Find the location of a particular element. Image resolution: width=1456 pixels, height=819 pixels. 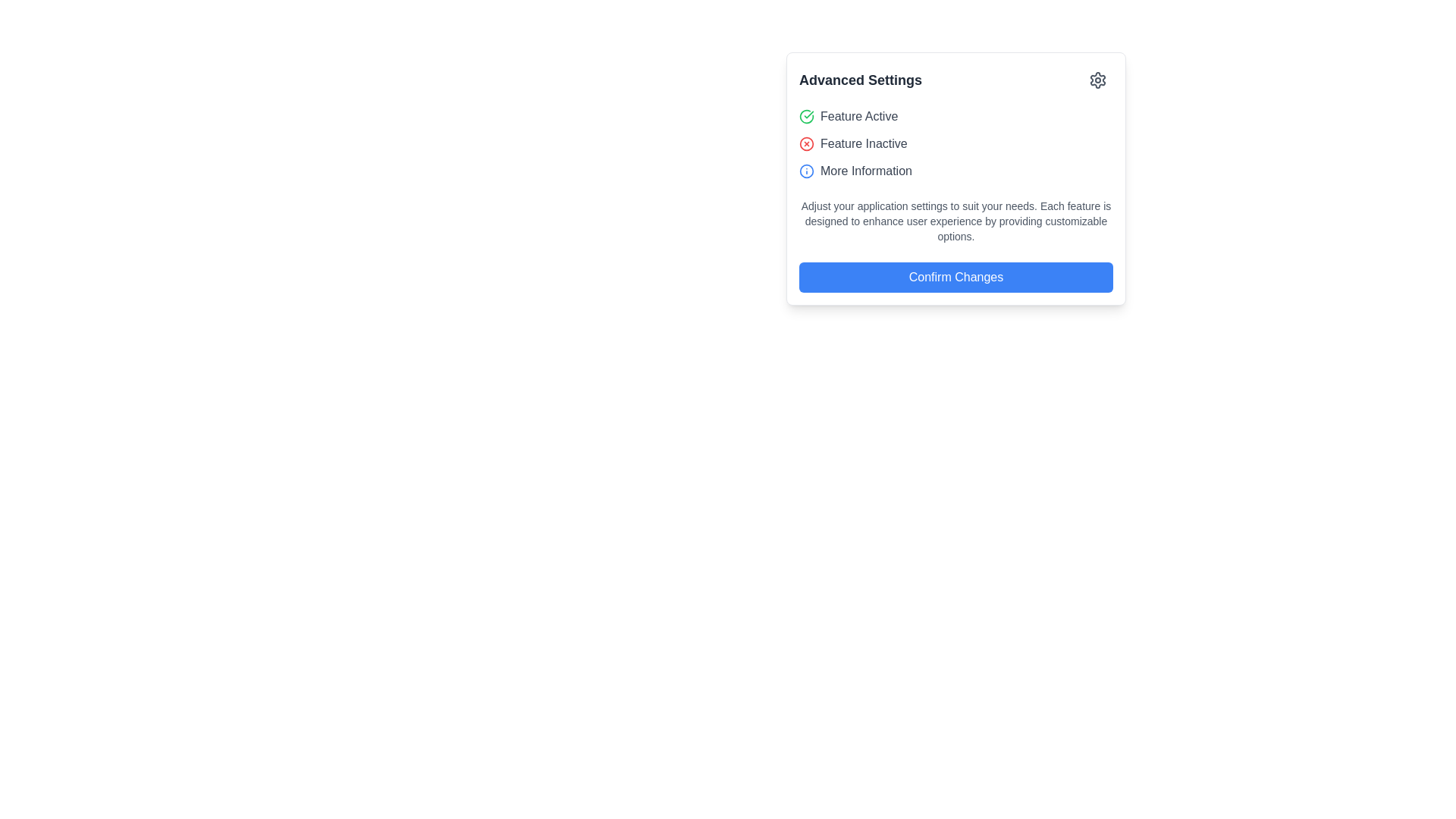

the small blue information icon located to the left of the text 'More Information', which is the leftmost component in its horizontal group is located at coordinates (806, 171).